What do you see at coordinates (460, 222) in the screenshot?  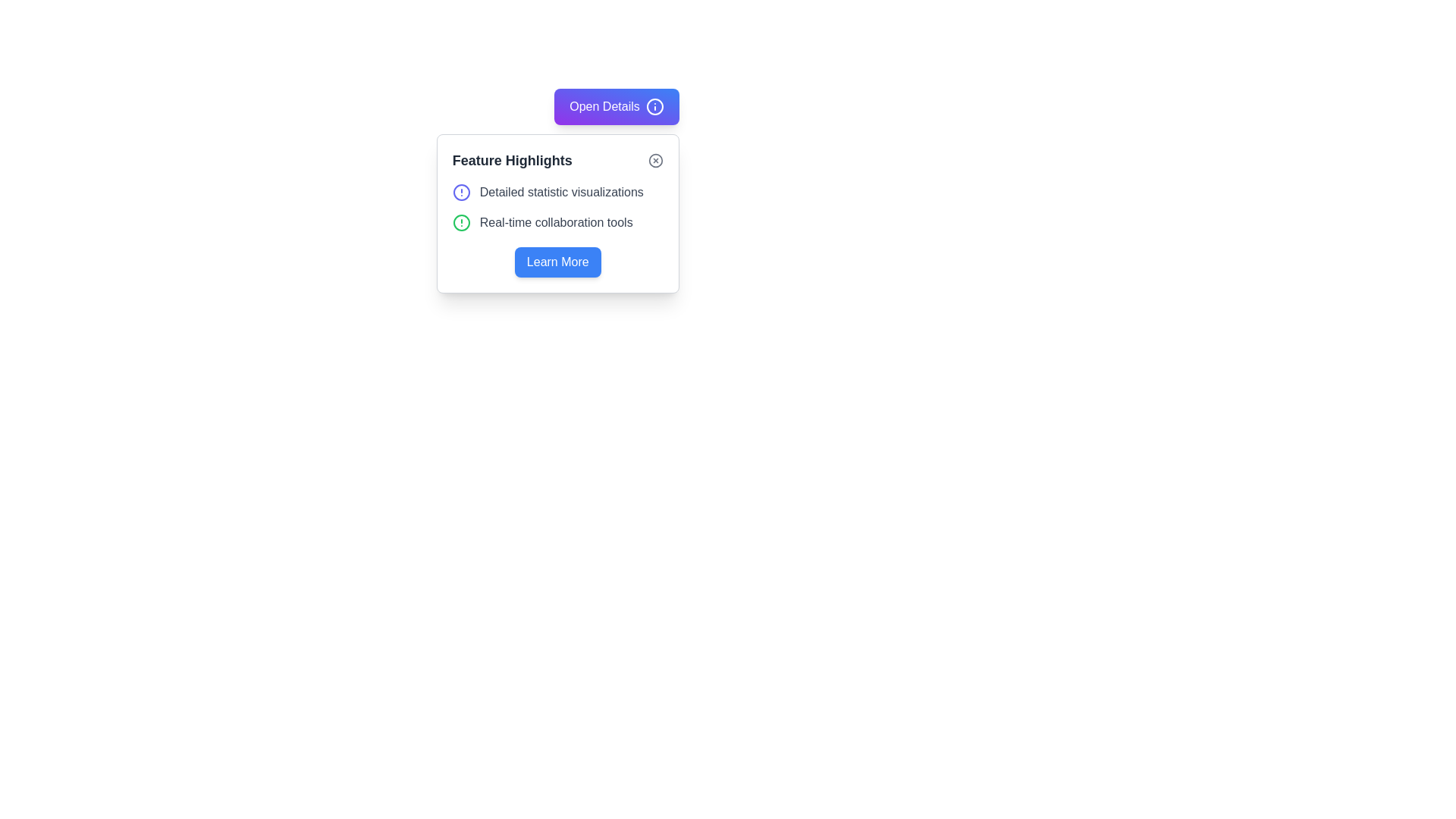 I see `the circular indicator with an exclamation mark that visually indicates the 'Real-time collaboration tools' feature, located to the left of the corresponding text within the 'Feature Highlights' section` at bounding box center [460, 222].